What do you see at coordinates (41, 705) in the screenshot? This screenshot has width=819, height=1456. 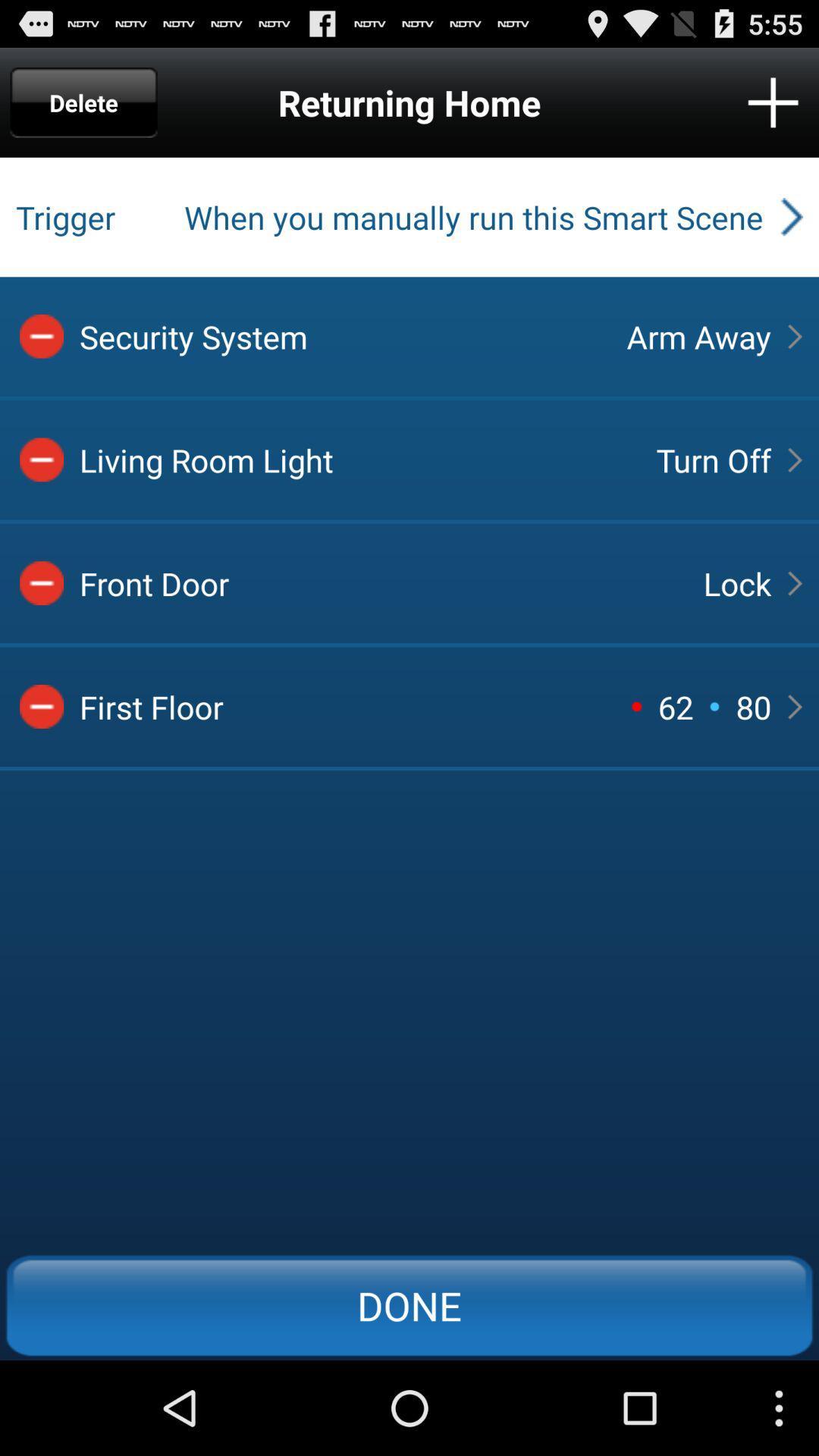 I see `go back` at bounding box center [41, 705].